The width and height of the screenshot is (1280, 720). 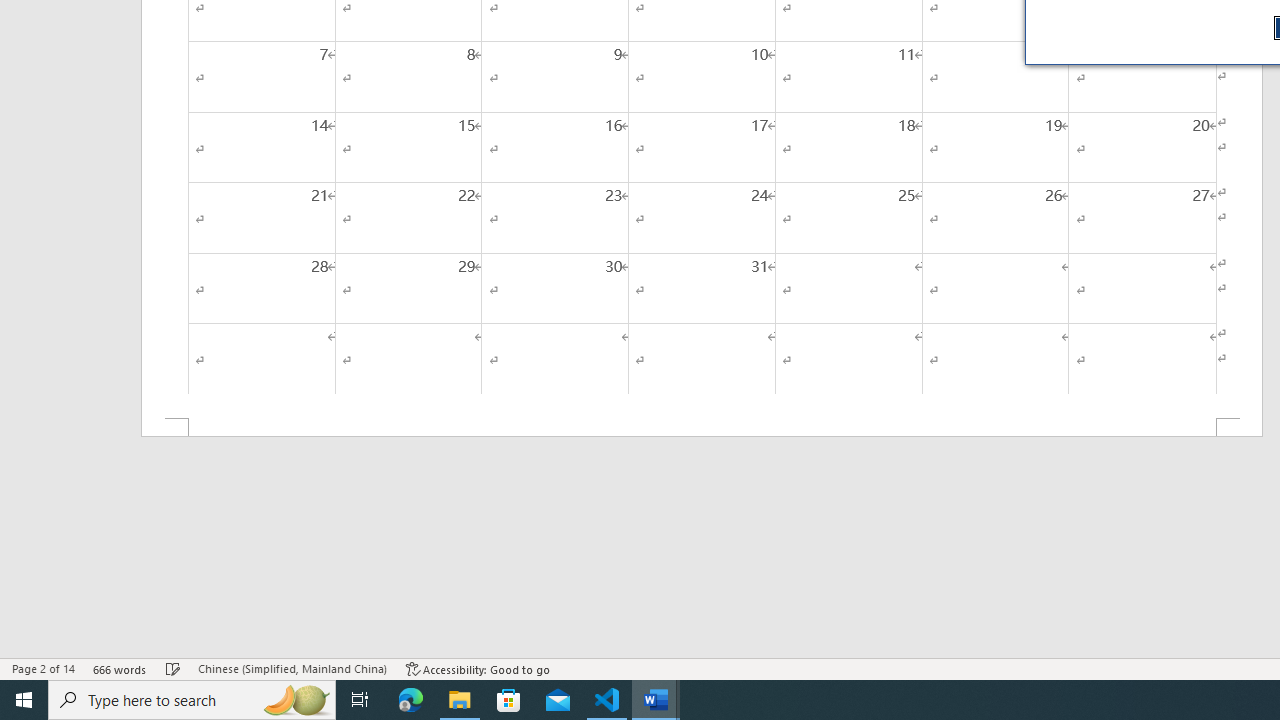 I want to click on 'Type here to search', so click(x=192, y=698).